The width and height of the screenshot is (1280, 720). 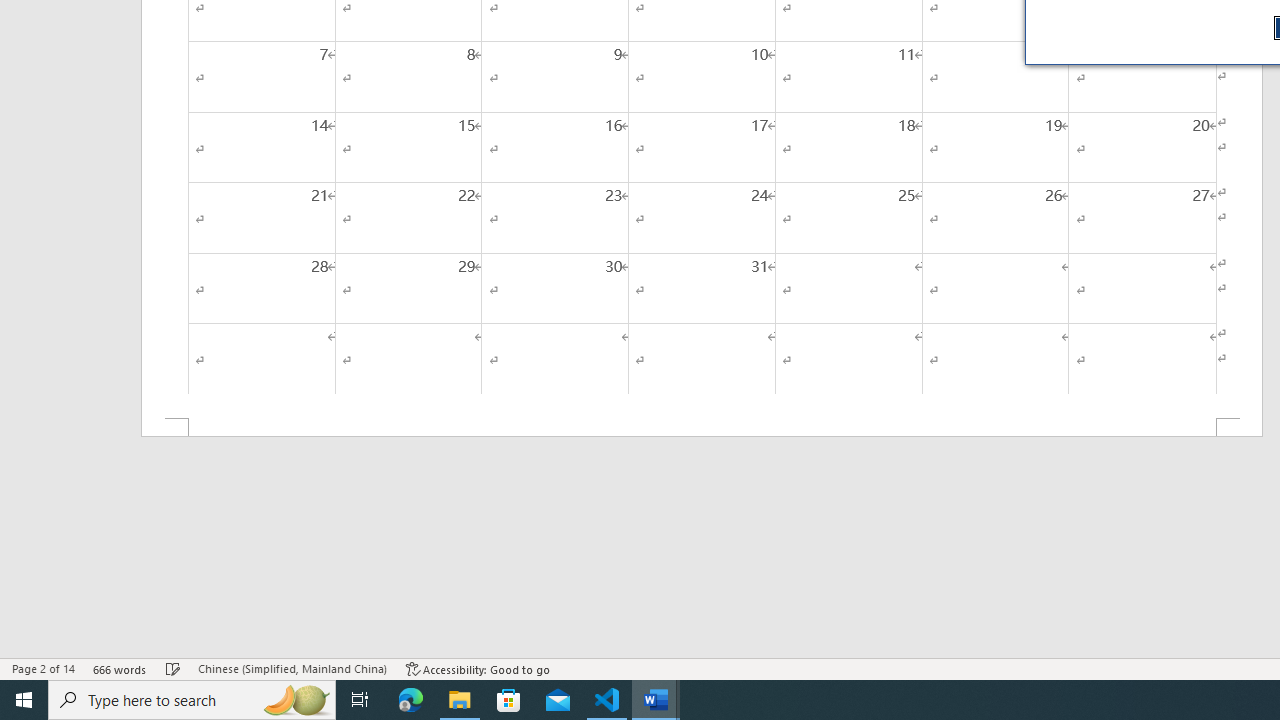 I want to click on 'Type here to search', so click(x=192, y=698).